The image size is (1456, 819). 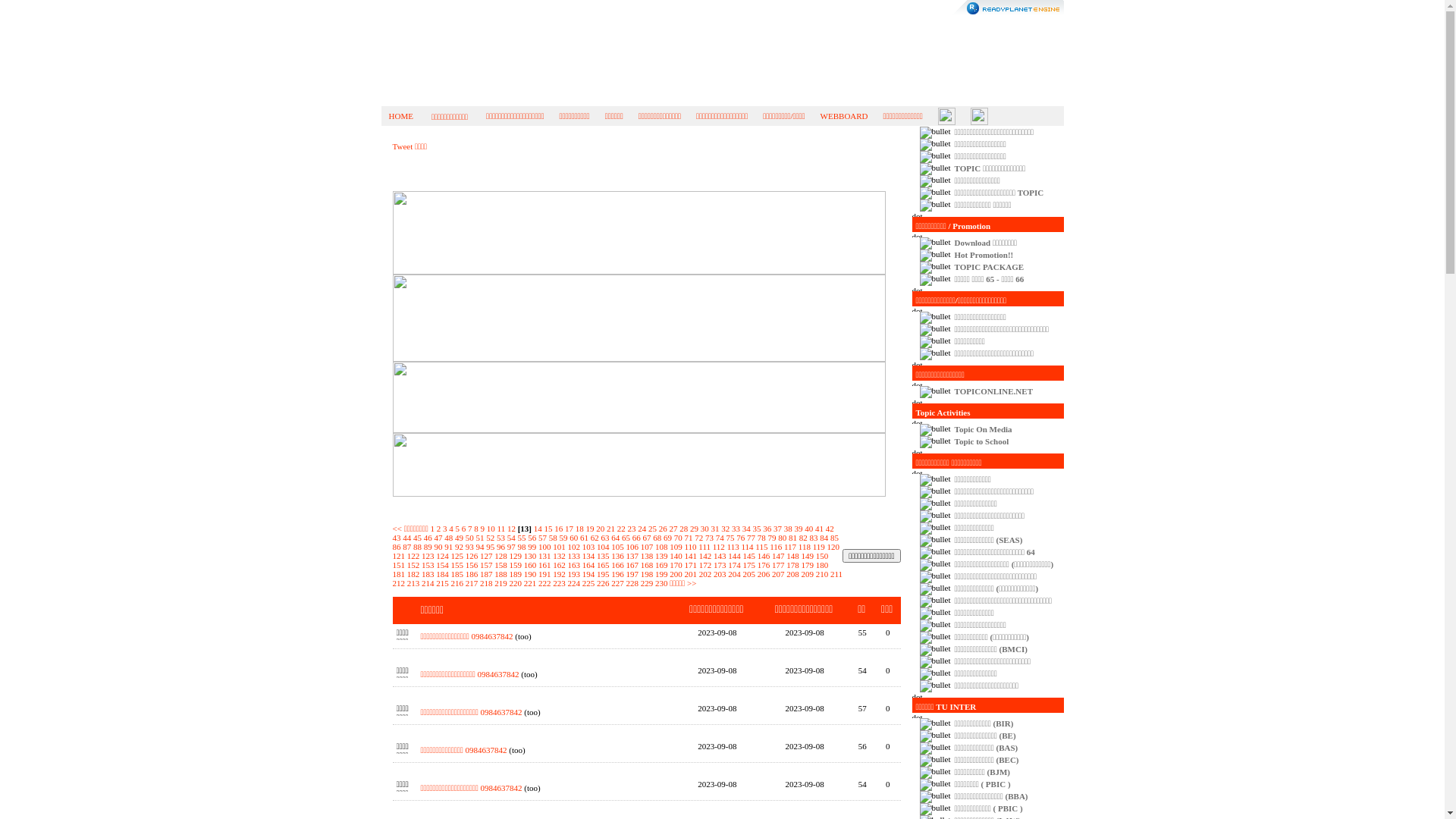 I want to click on '186', so click(x=471, y=573).